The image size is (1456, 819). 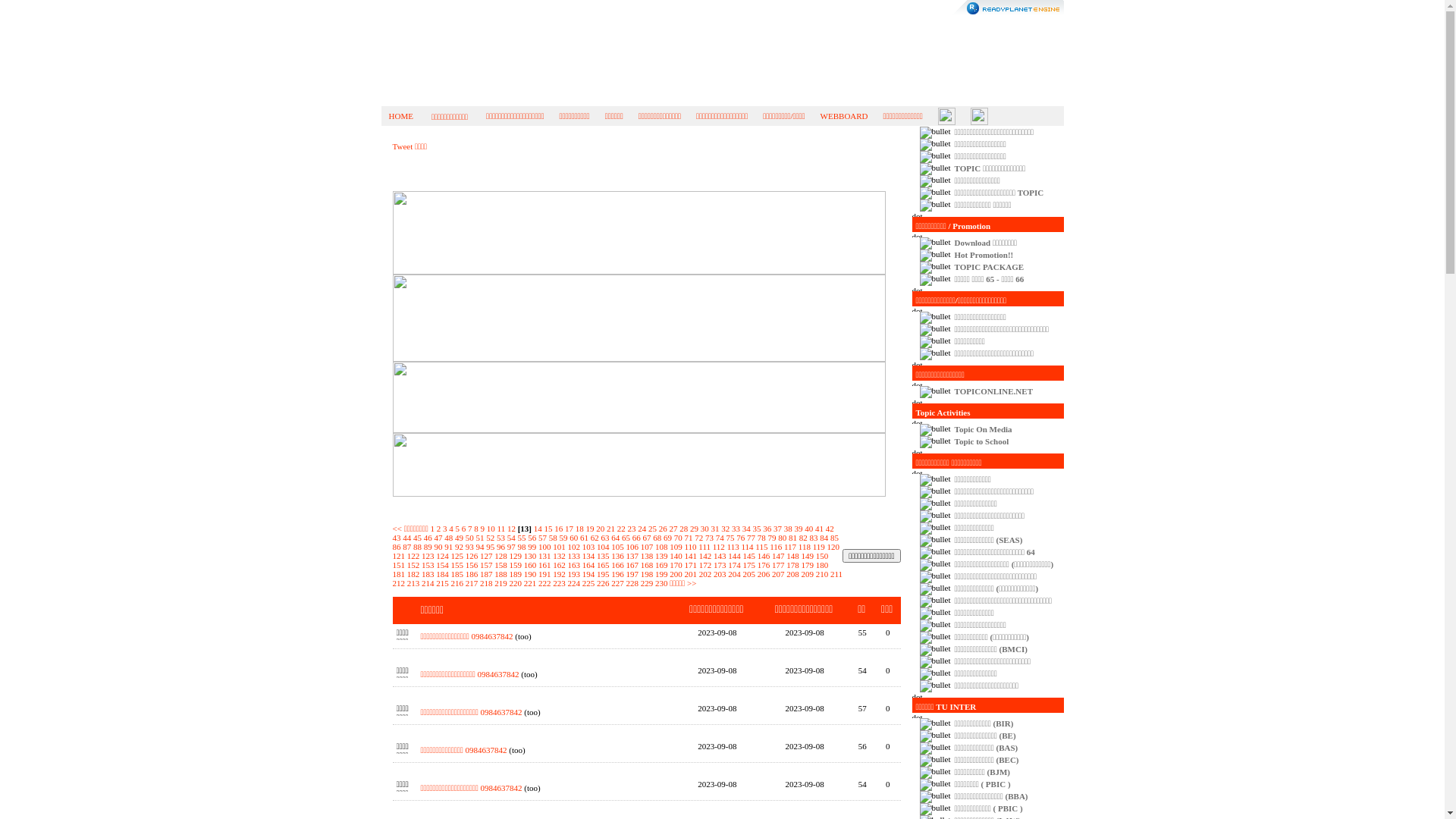 I want to click on '186', so click(x=471, y=573).